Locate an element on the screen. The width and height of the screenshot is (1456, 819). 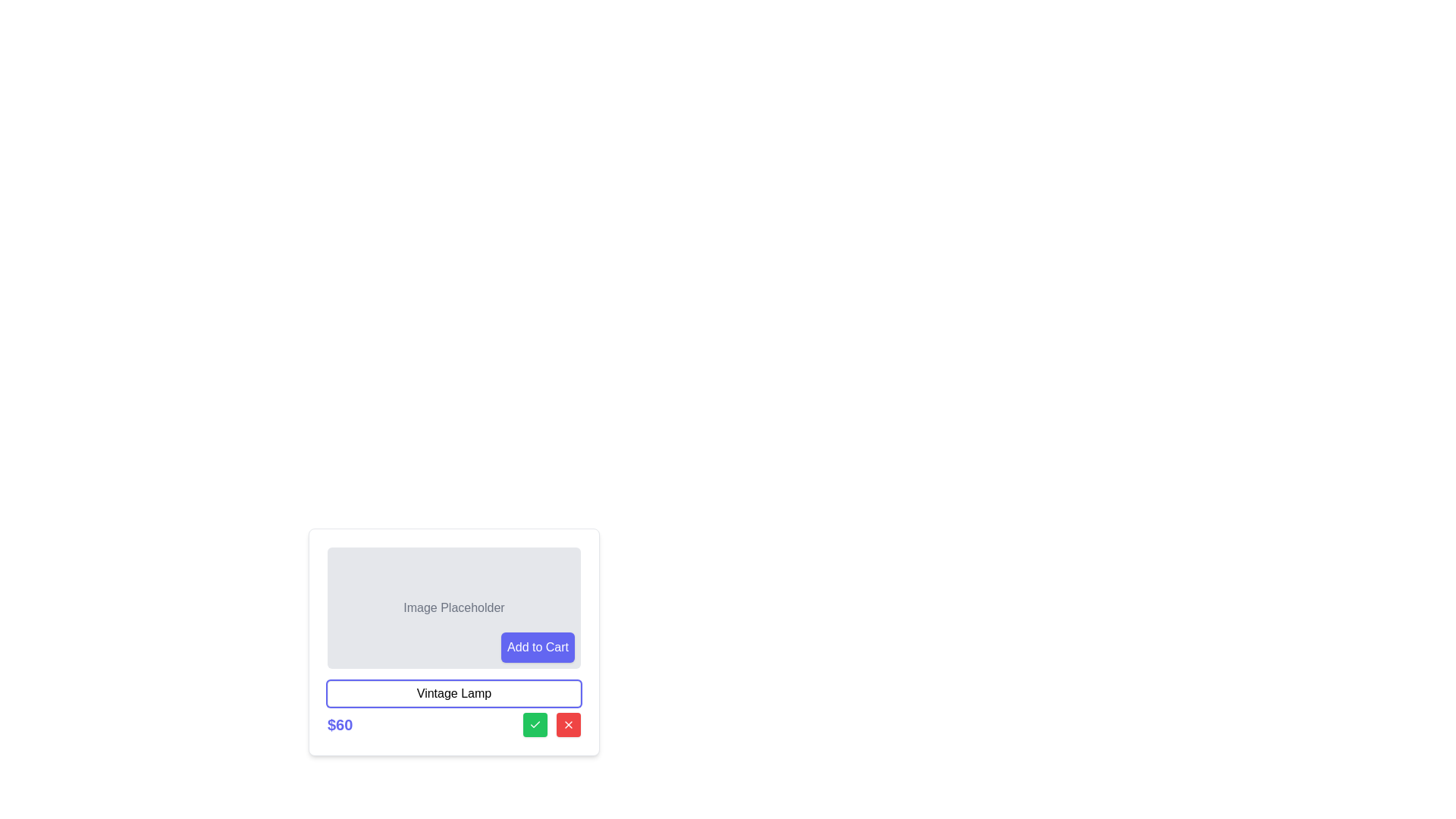
the confirmation SVG graphic inside the green circular button located at the bottom right of the product card is located at coordinates (535, 724).